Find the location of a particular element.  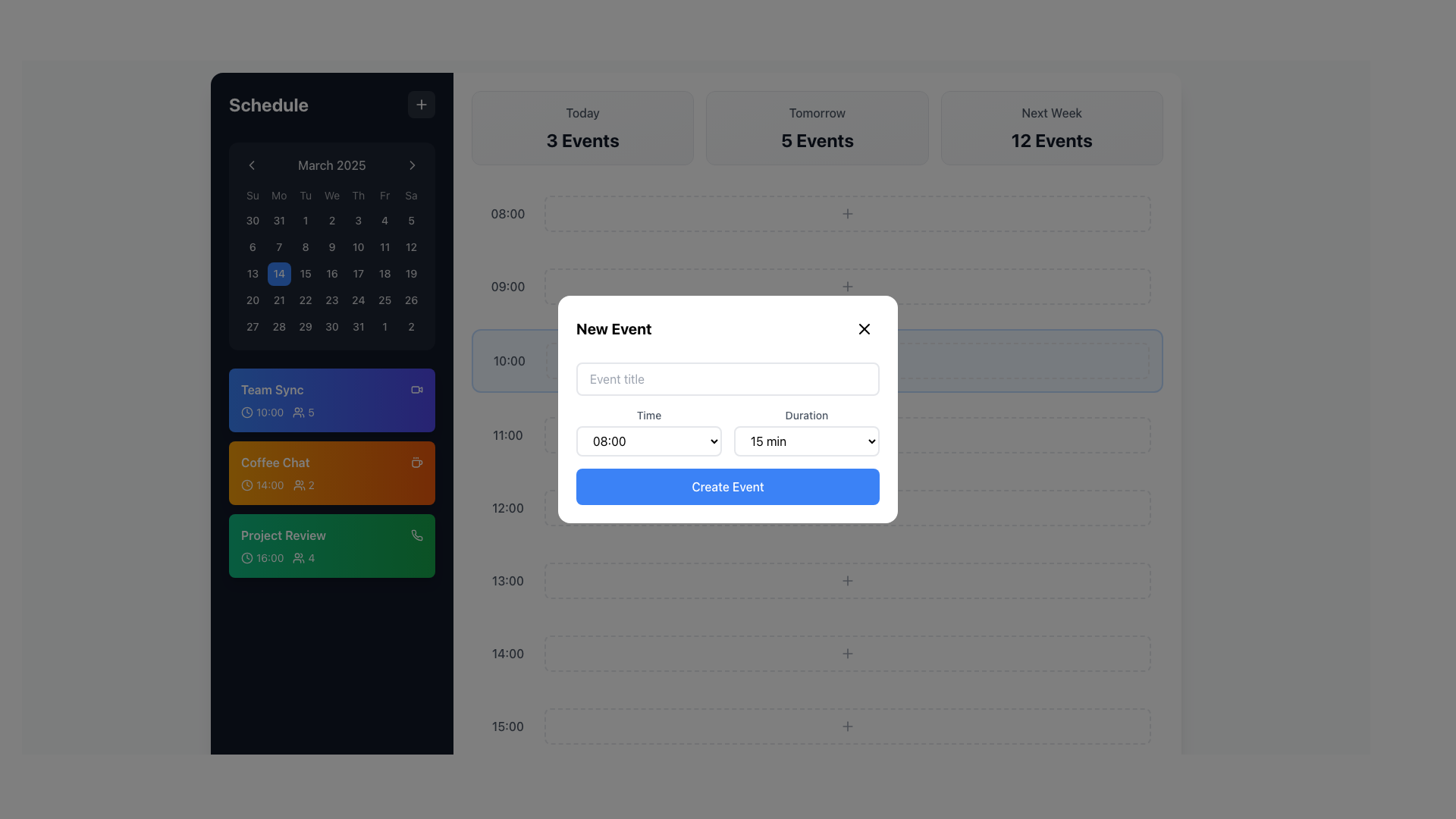

the user group indicator icon located in the 'Team Sync' block on the leftmost sidebar, positioned to the left of the number '5' is located at coordinates (299, 413).